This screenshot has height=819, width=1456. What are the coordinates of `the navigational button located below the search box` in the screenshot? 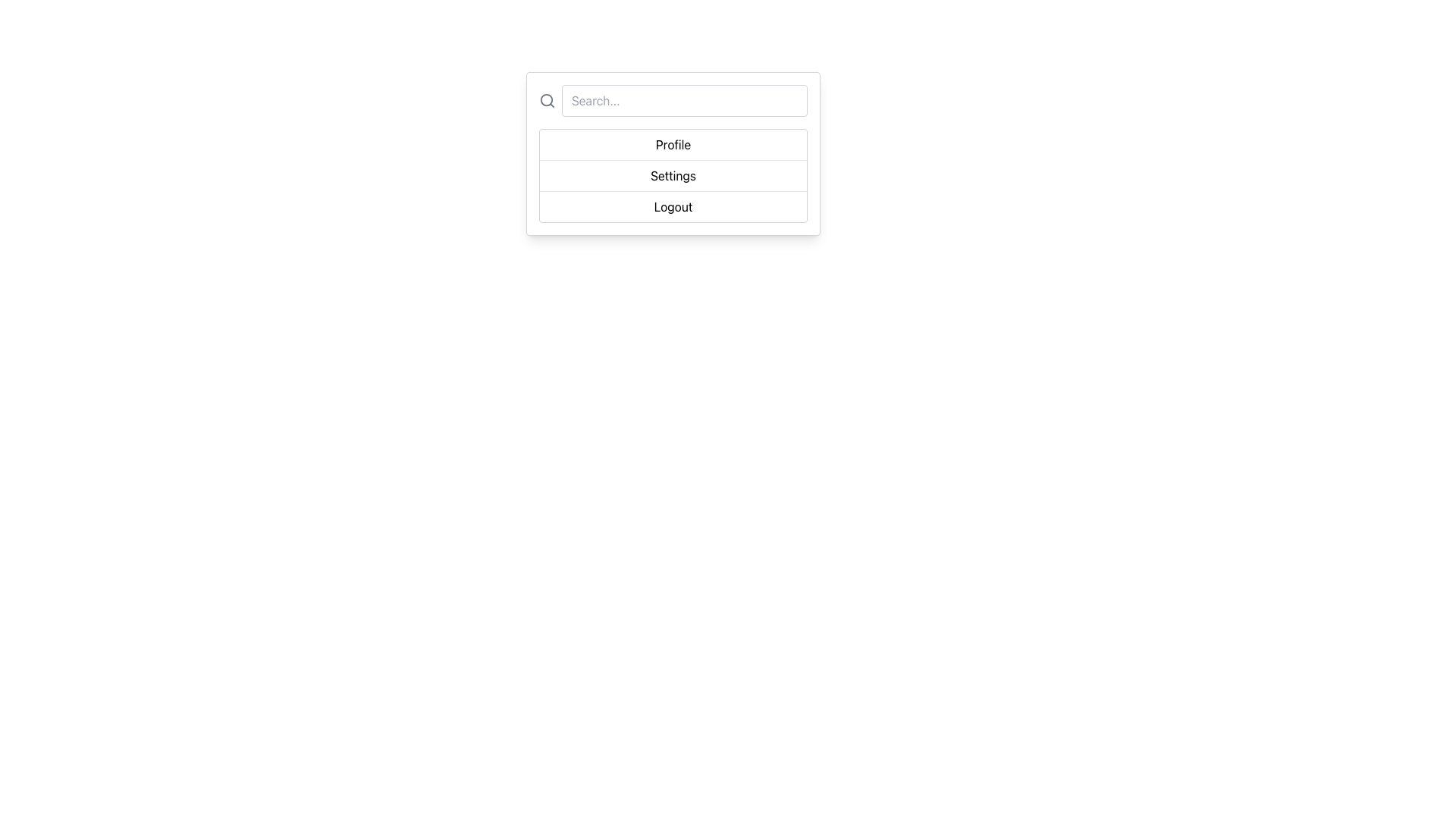 It's located at (673, 145).